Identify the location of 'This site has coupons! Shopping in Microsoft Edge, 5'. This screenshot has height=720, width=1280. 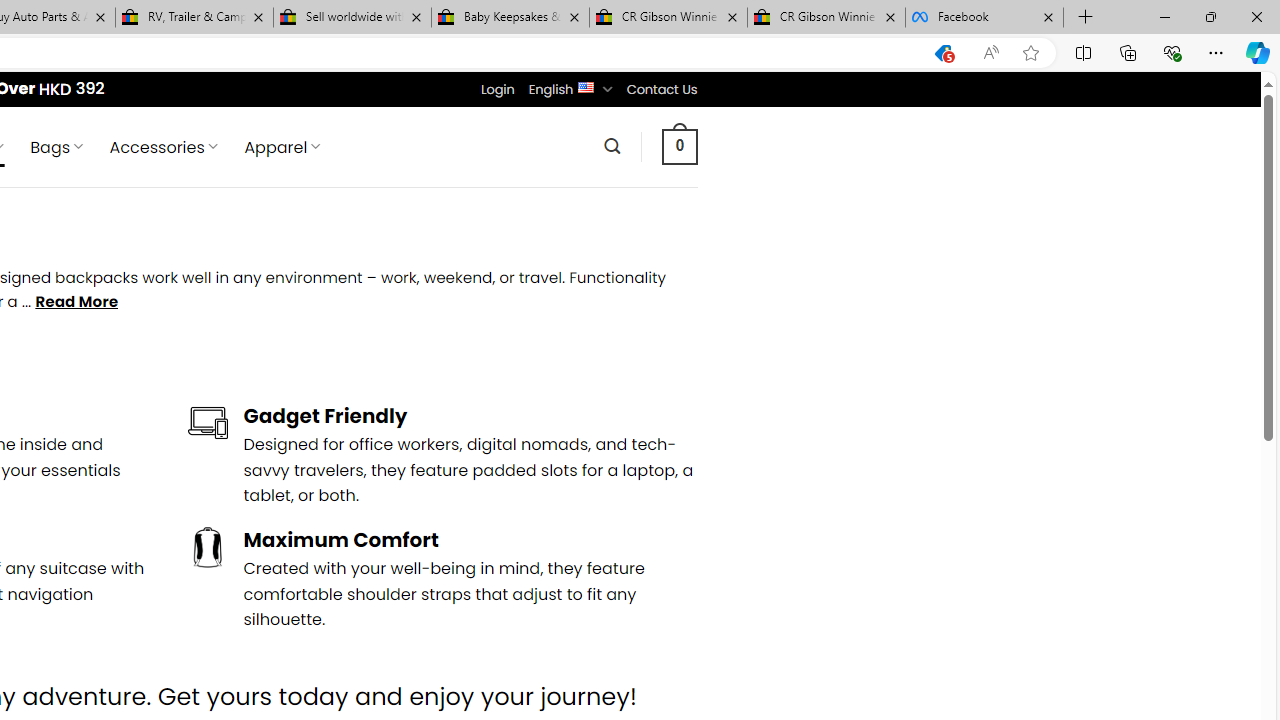
(942, 52).